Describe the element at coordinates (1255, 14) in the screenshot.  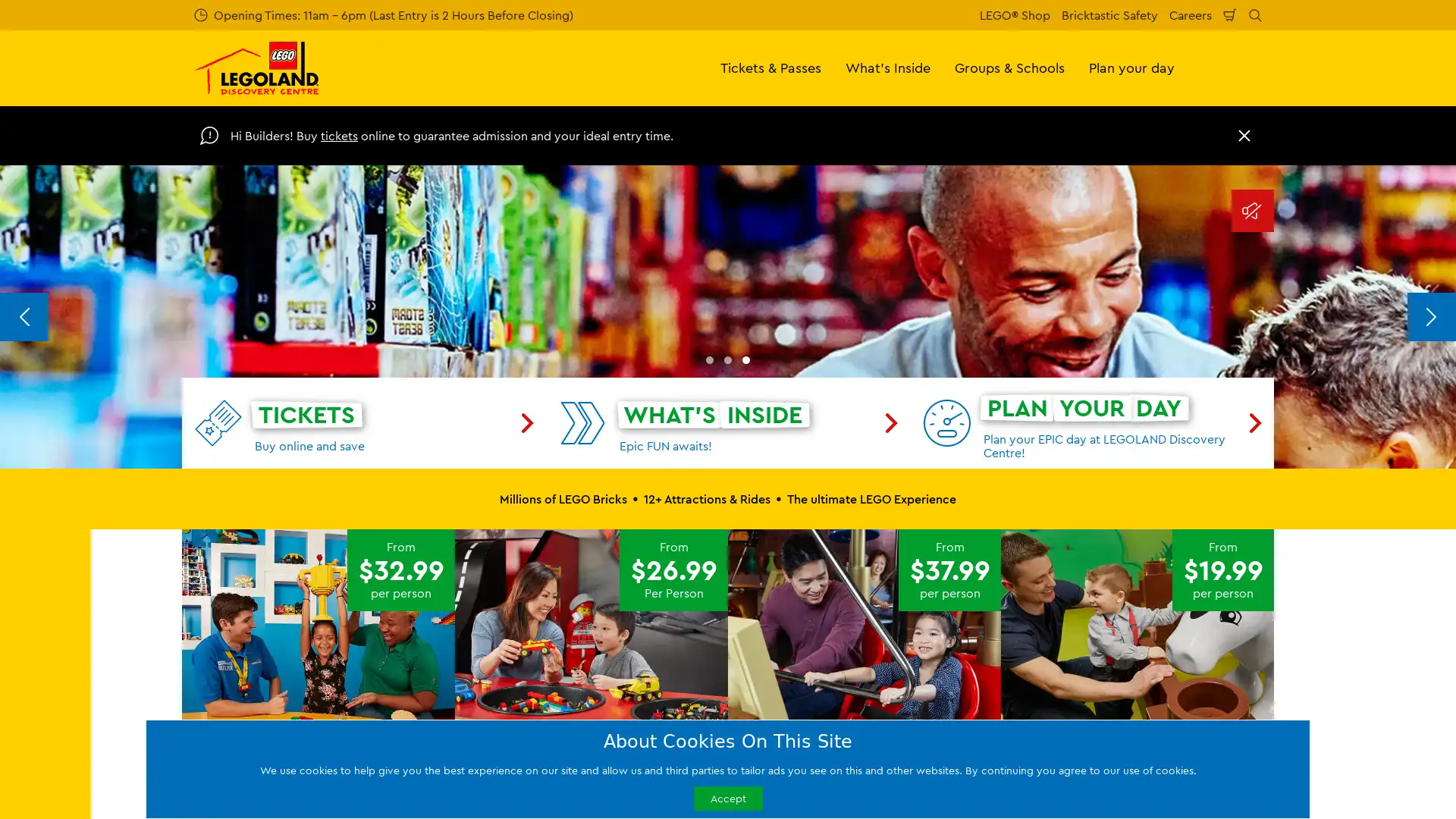
I see `Search` at that location.